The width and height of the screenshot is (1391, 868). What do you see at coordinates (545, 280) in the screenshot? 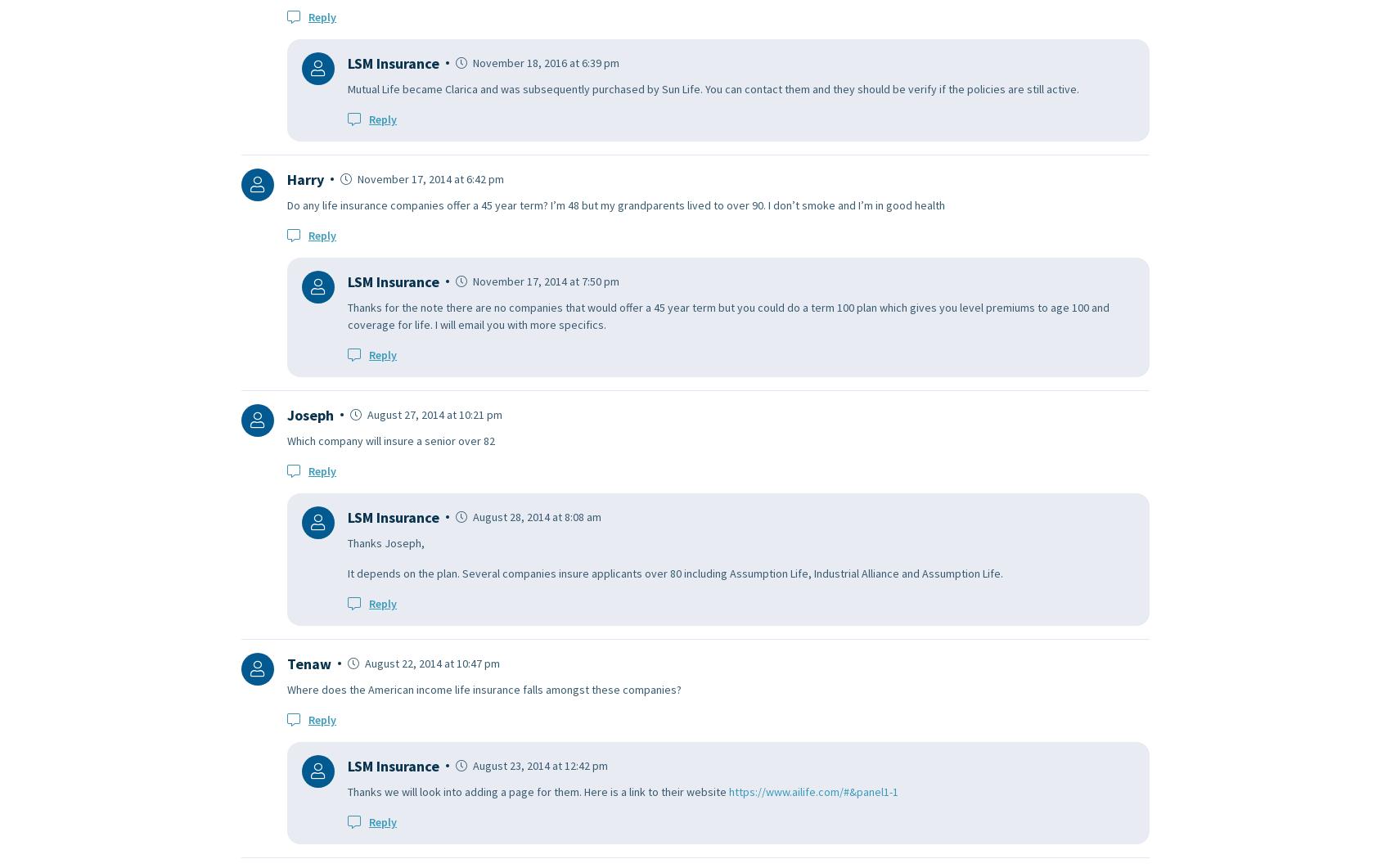
I see `'November 17, 2014 at 7:50 pm'` at bounding box center [545, 280].